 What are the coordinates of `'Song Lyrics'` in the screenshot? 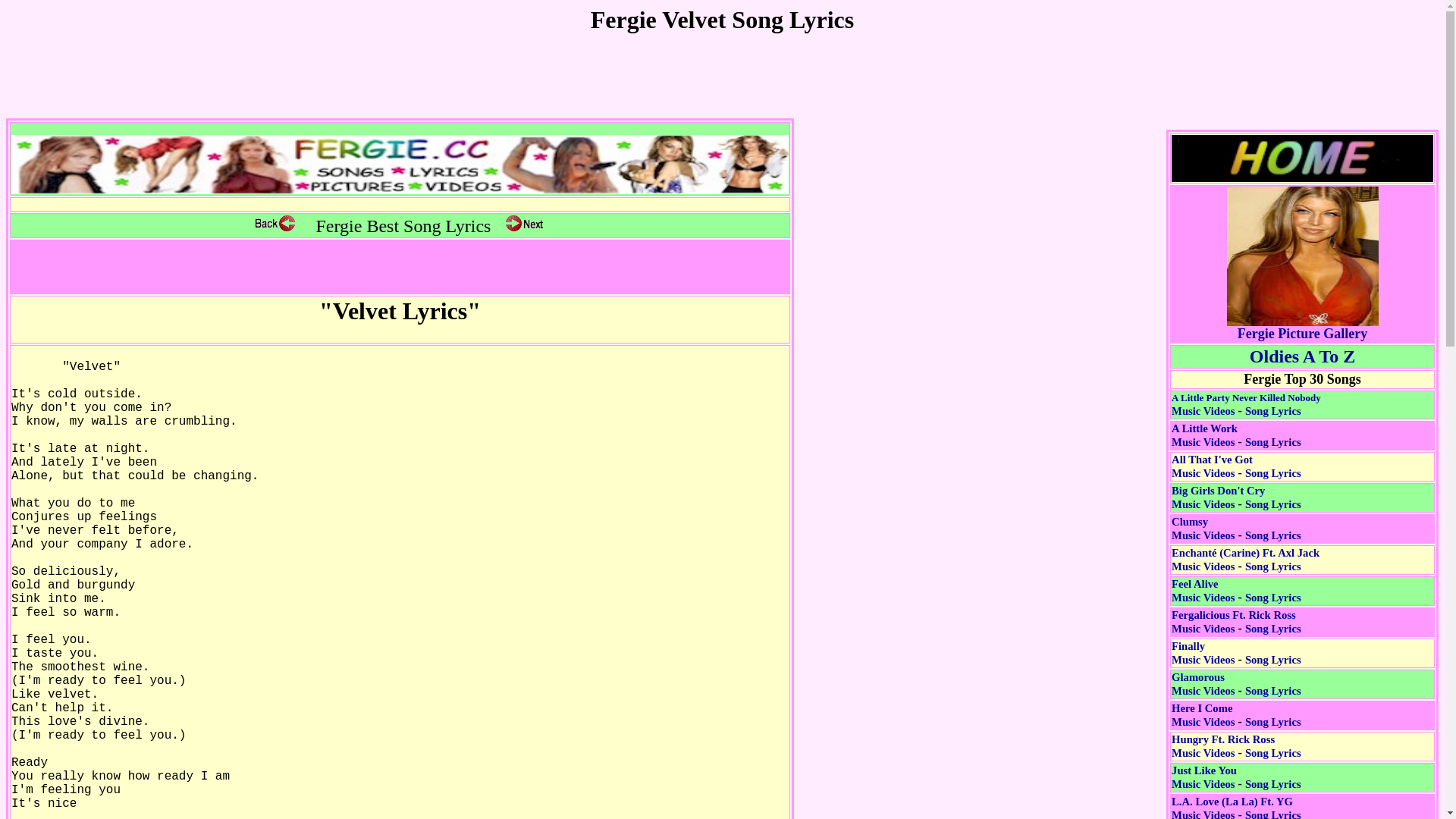 It's located at (1273, 411).